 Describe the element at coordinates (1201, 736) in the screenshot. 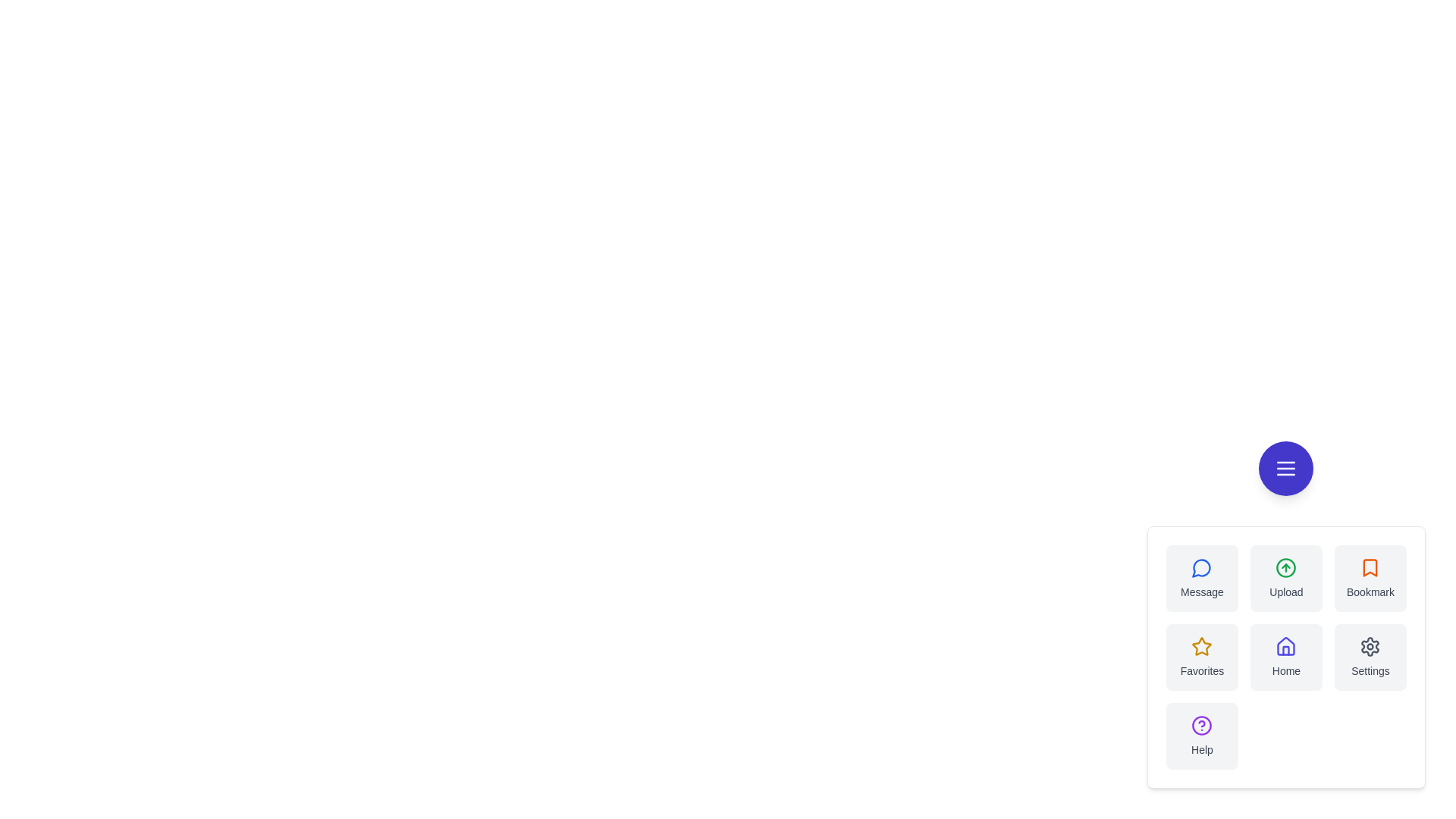

I see `the Help button in the speed dial menu` at that location.